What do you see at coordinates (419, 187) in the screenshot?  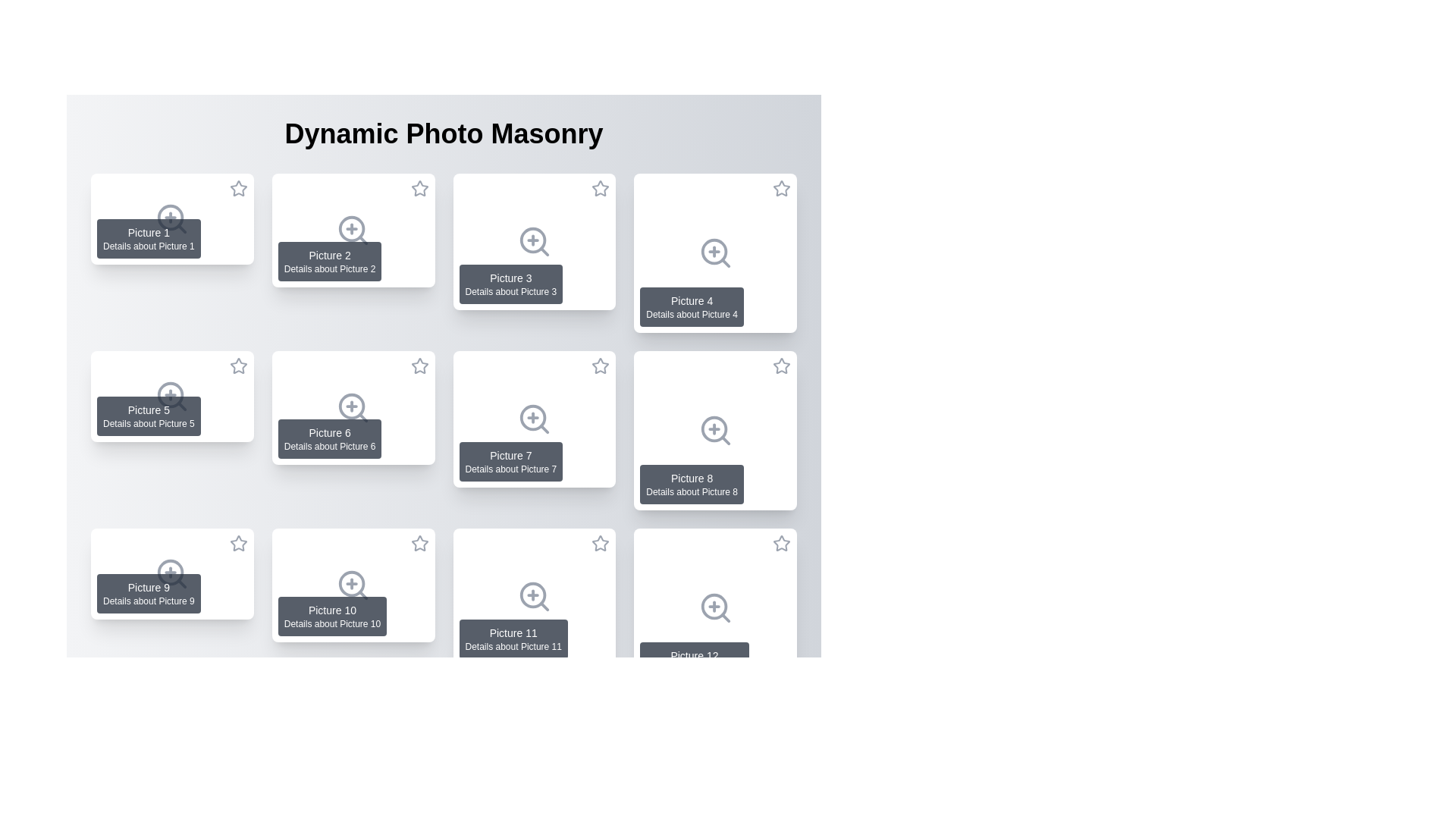 I see `the star icon button located in the top-right corner of the card labeled 'Picture 2' to mark the associated item as a favorite` at bounding box center [419, 187].